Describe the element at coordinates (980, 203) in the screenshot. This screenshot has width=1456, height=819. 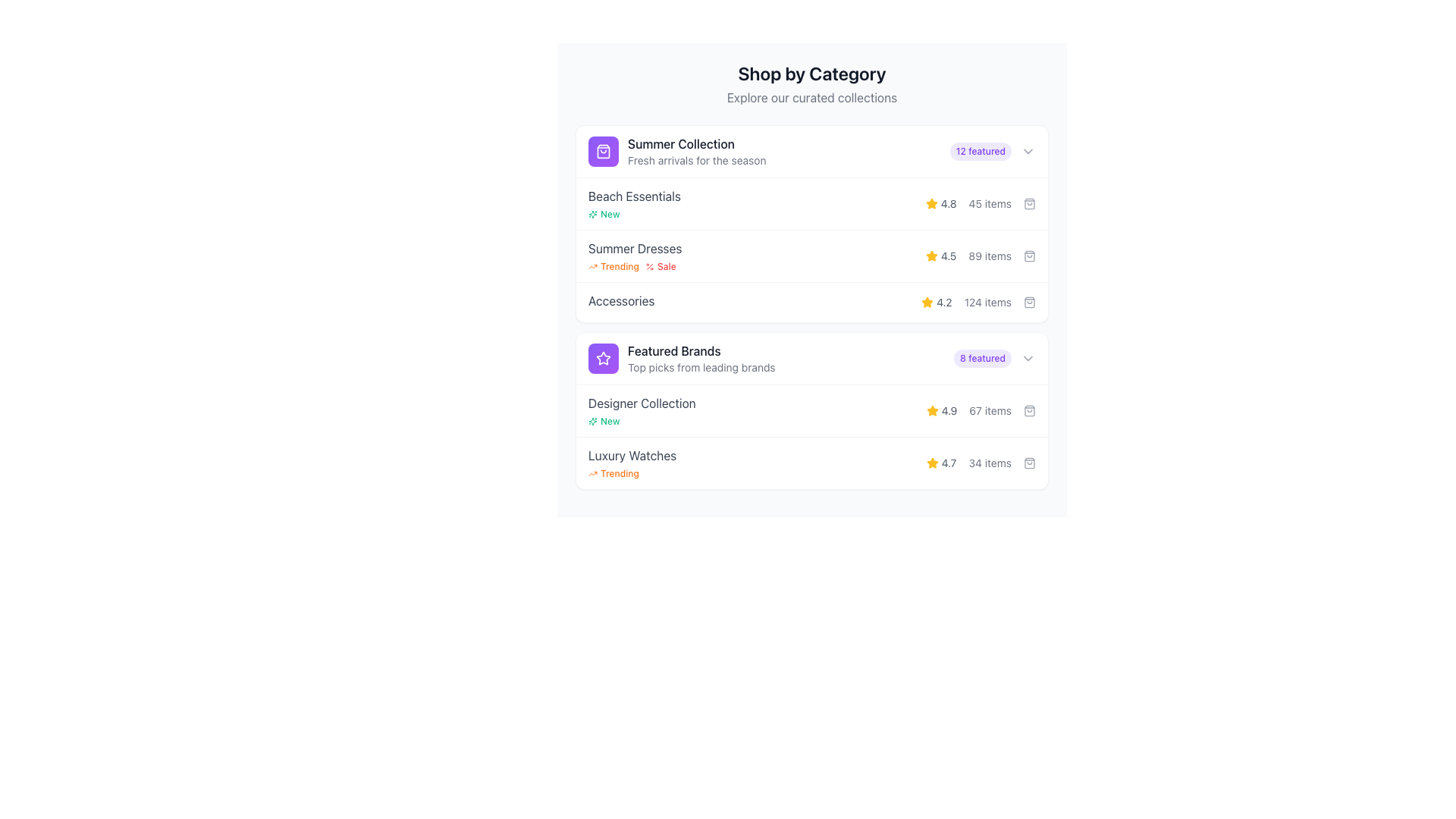
I see `the 'Beach Essentials' rating display, which is the fourth component from the left in its section` at that location.